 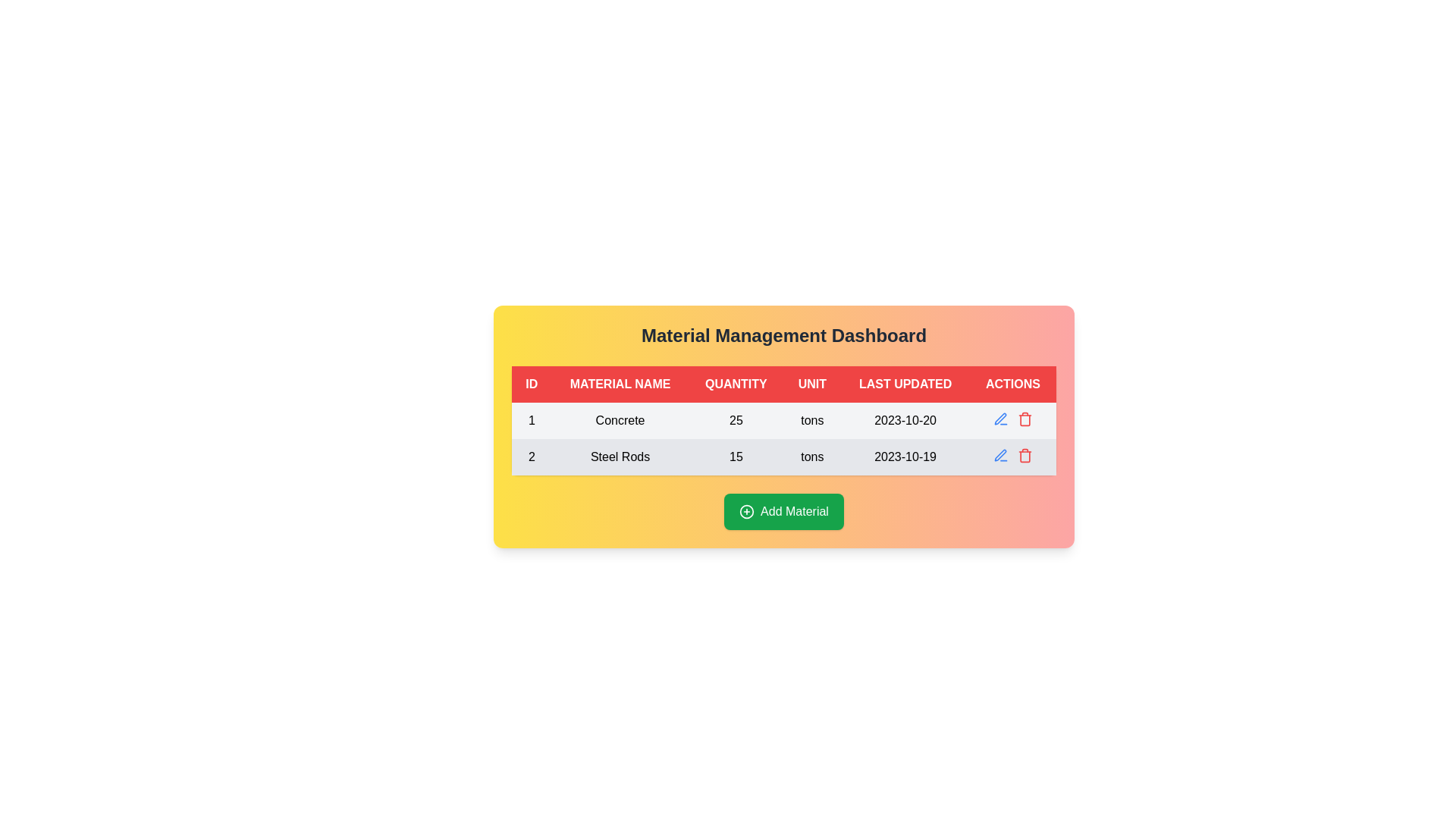 I want to click on the circular icon with a plus symbol inside, which is styled with a green central area and a white outline, located to the left of the 'Add Material' button, so click(x=747, y=512).